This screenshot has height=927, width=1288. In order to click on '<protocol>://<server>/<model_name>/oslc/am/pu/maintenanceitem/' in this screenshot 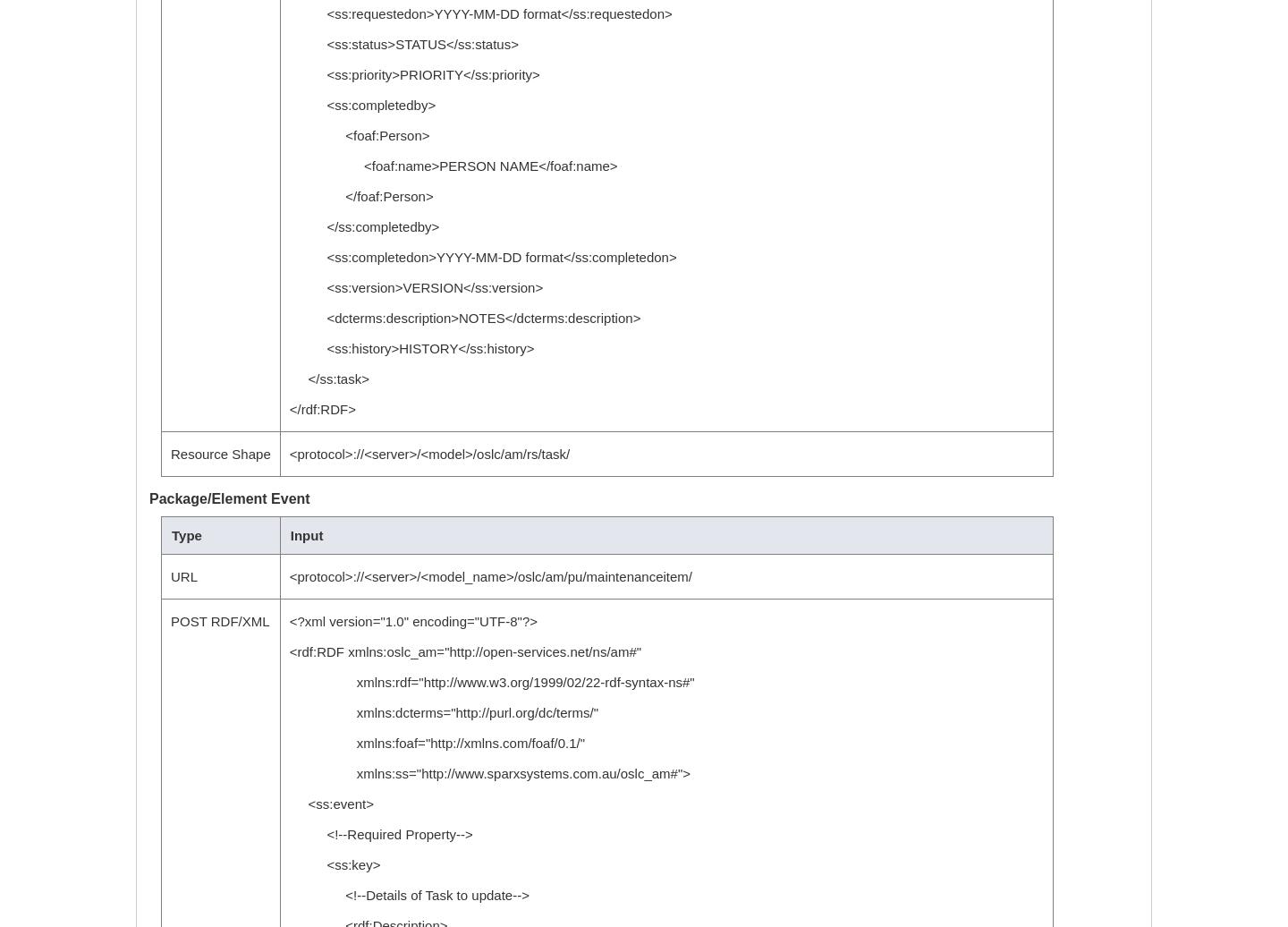, I will do `click(490, 576)`.